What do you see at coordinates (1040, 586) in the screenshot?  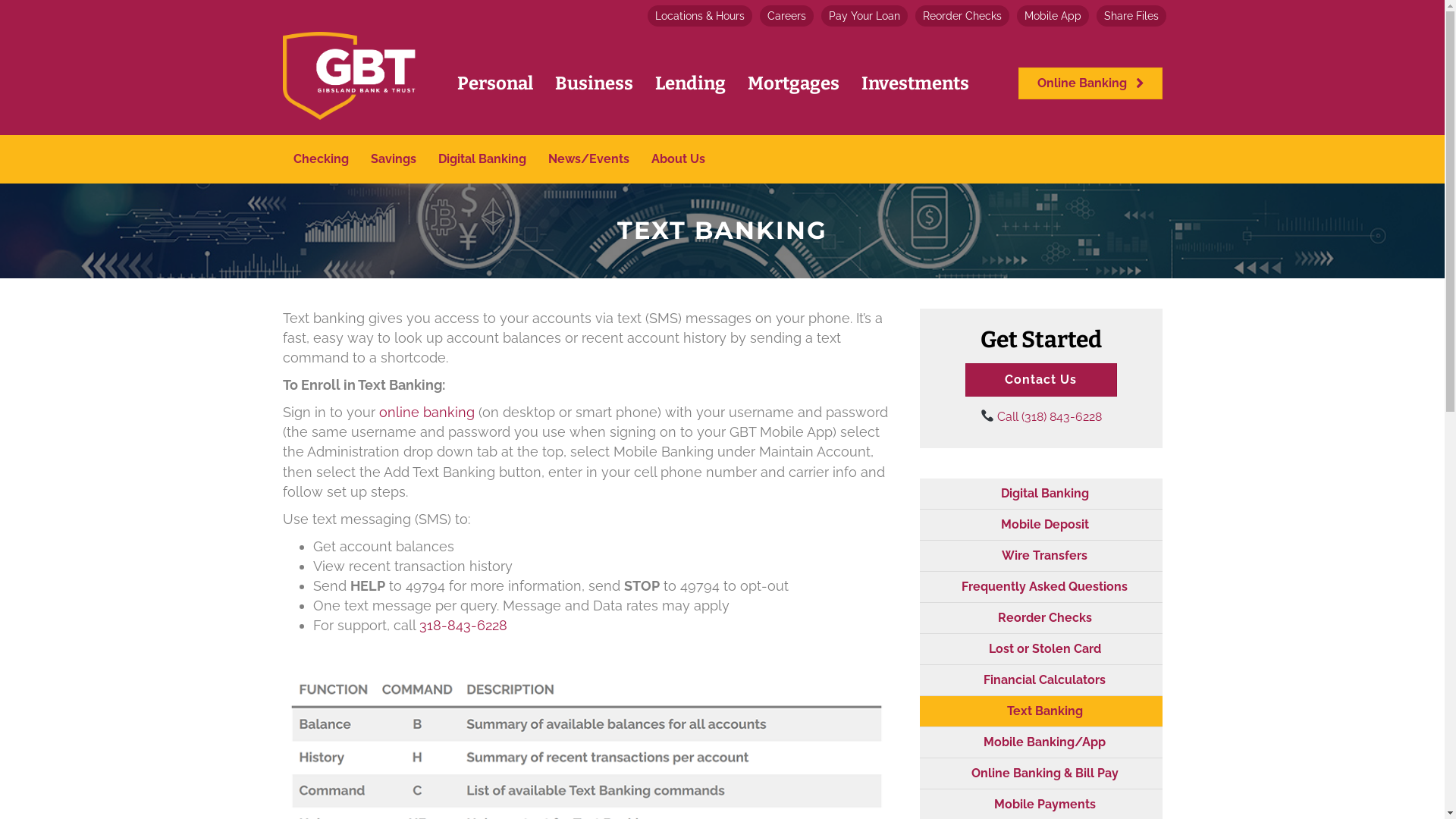 I see `'Frequently Asked Questions'` at bounding box center [1040, 586].